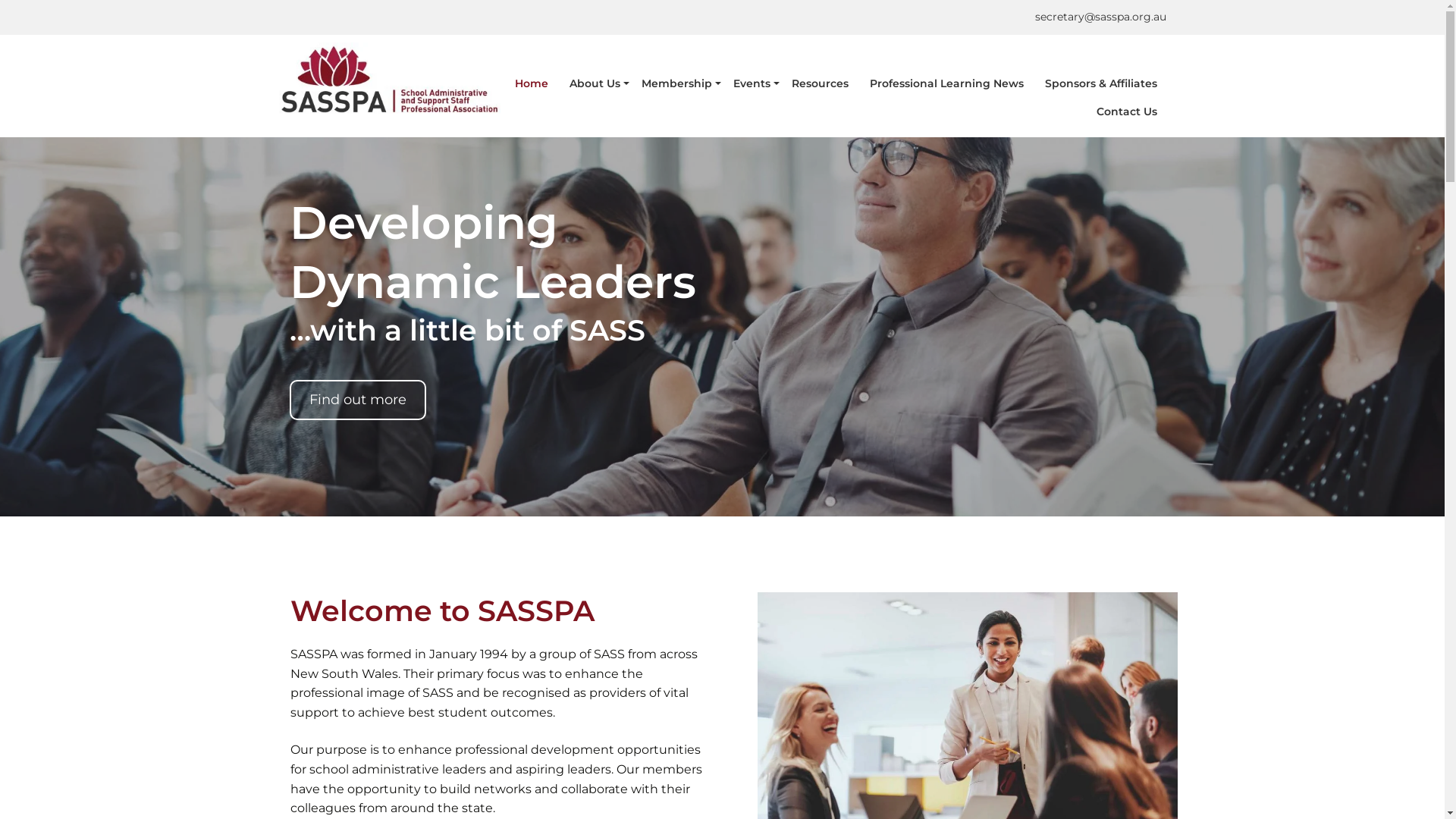  I want to click on 'Membership', so click(632, 83).